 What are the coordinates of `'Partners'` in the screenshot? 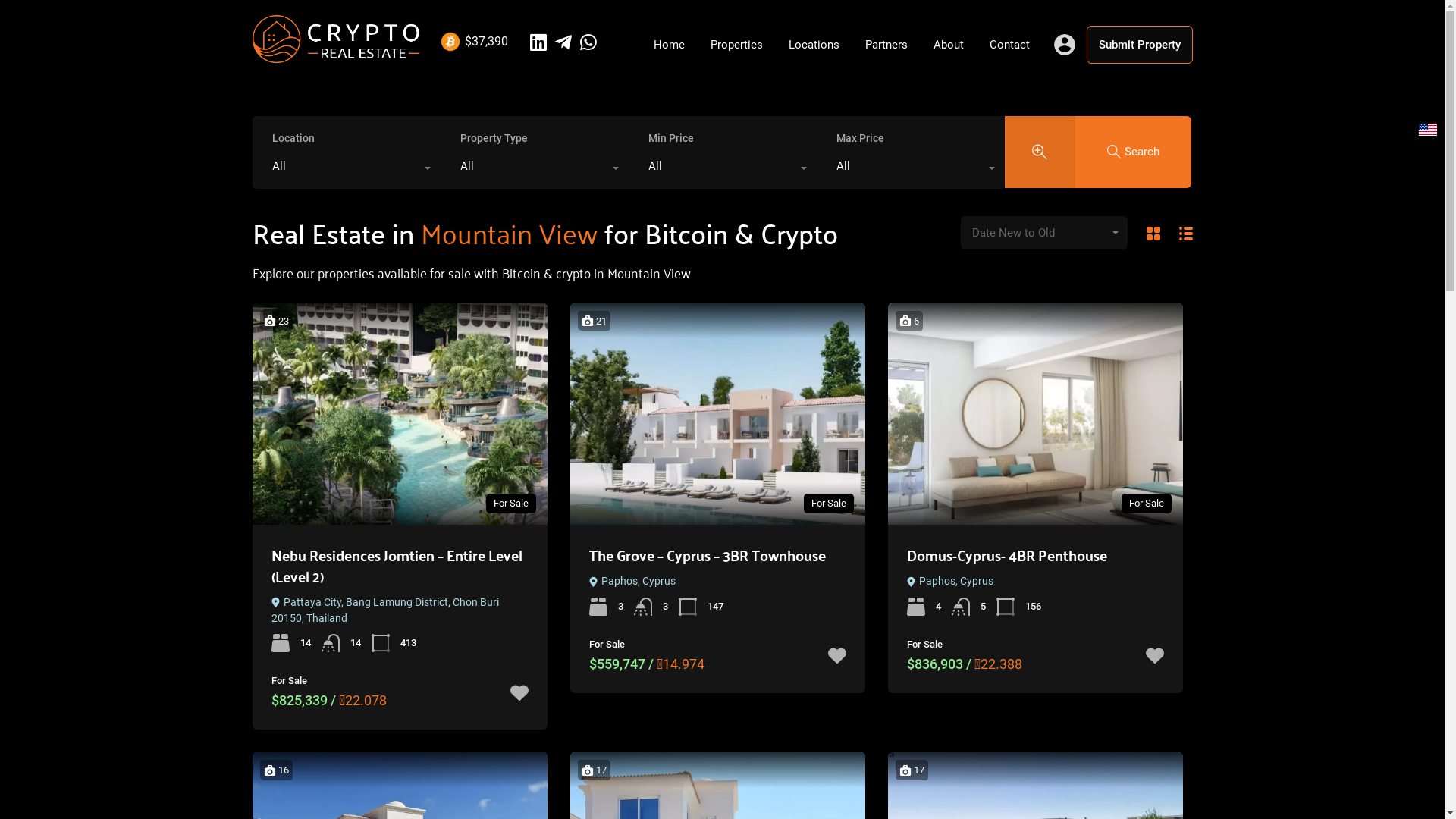 It's located at (886, 43).